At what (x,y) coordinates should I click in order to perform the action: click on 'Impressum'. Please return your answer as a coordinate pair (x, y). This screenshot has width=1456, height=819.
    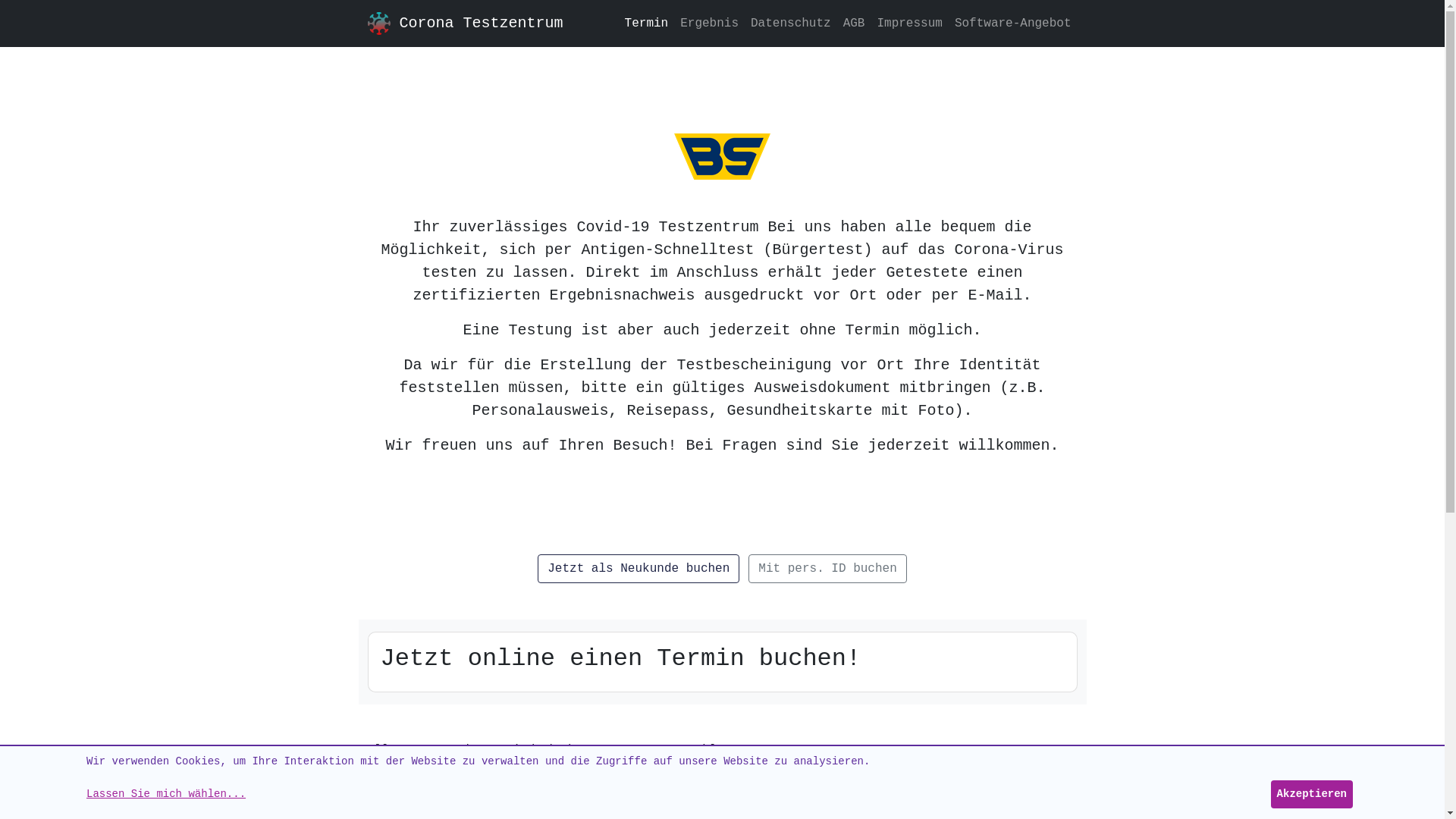
    Looking at the image, I should click on (909, 23).